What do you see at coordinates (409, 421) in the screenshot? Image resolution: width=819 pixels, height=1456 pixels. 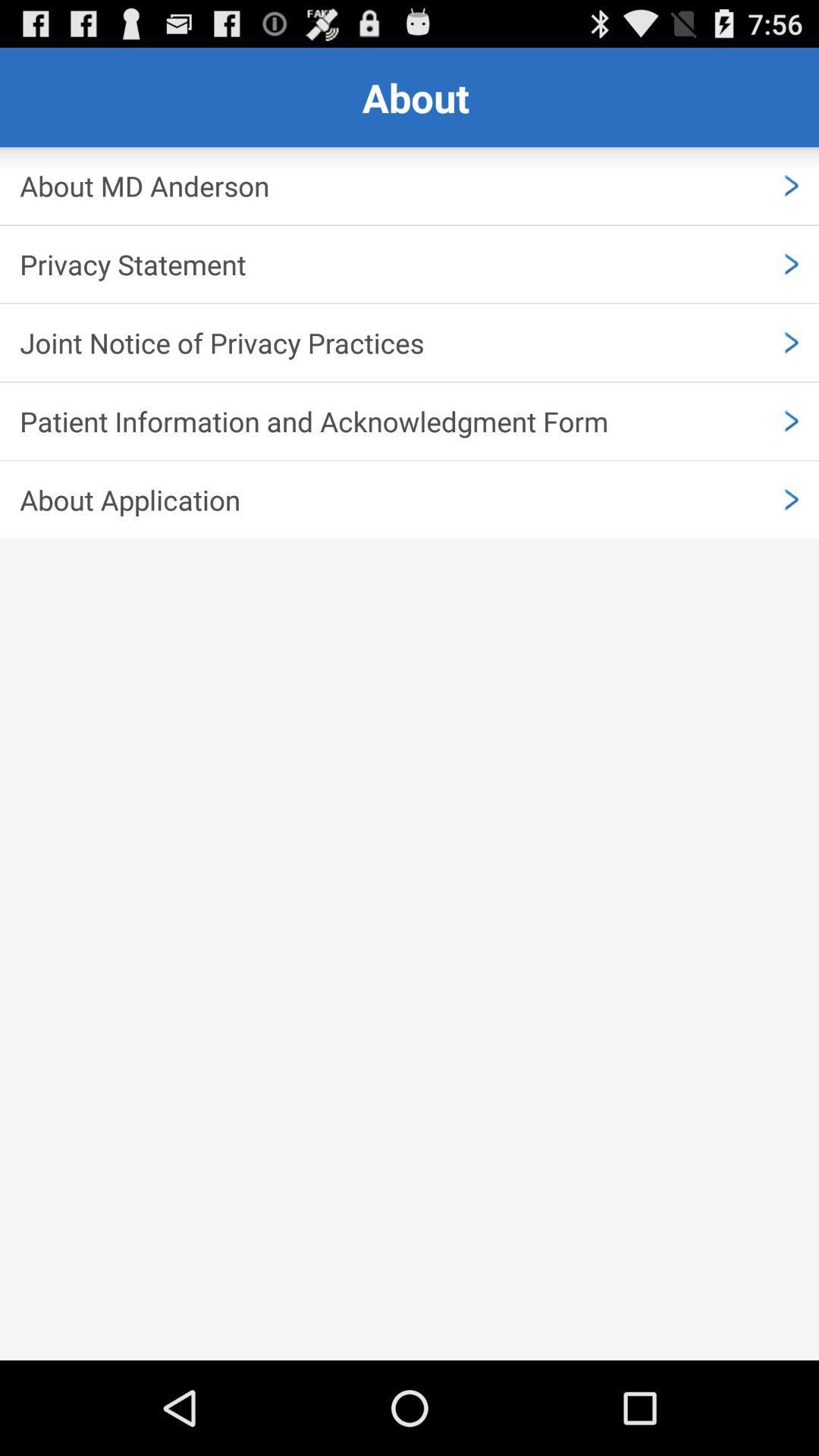 I see `patient information and` at bounding box center [409, 421].